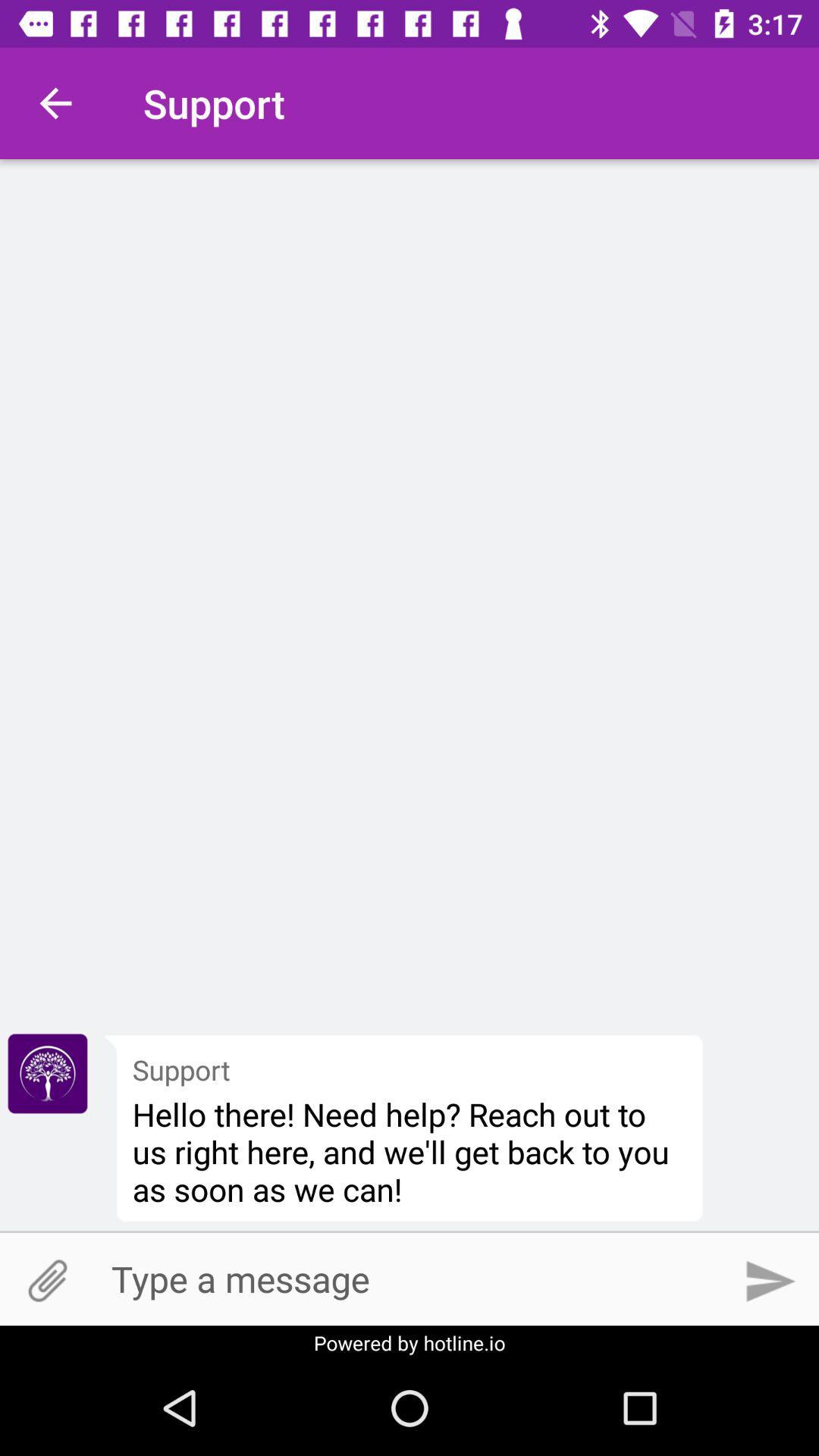 Image resolution: width=819 pixels, height=1456 pixels. Describe the element at coordinates (46, 1280) in the screenshot. I see `the attach_file icon` at that location.